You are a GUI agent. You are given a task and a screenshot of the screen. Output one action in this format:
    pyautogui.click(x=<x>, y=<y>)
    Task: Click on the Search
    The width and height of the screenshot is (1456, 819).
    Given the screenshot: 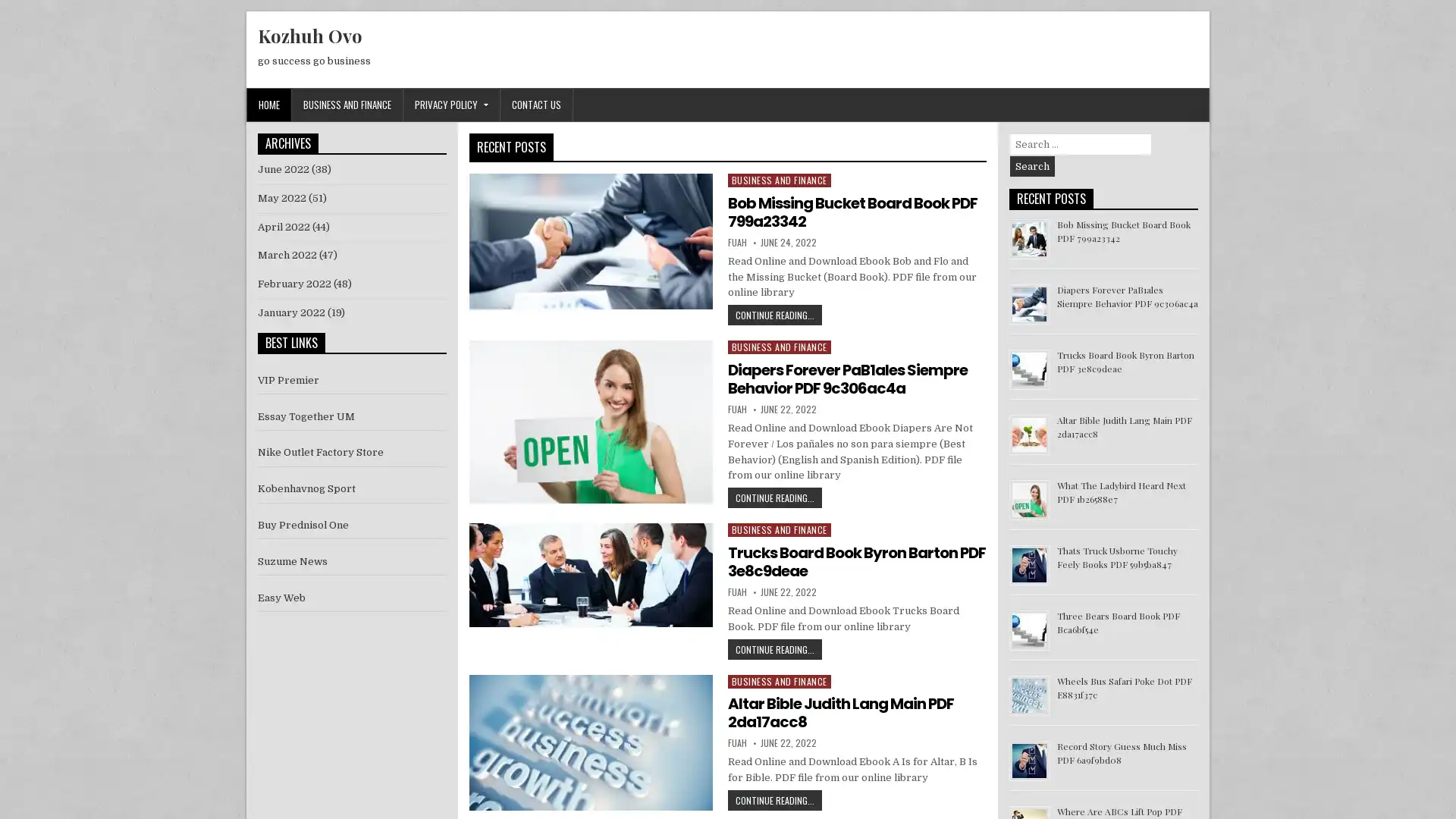 What is the action you would take?
    pyautogui.click(x=1031, y=166)
    